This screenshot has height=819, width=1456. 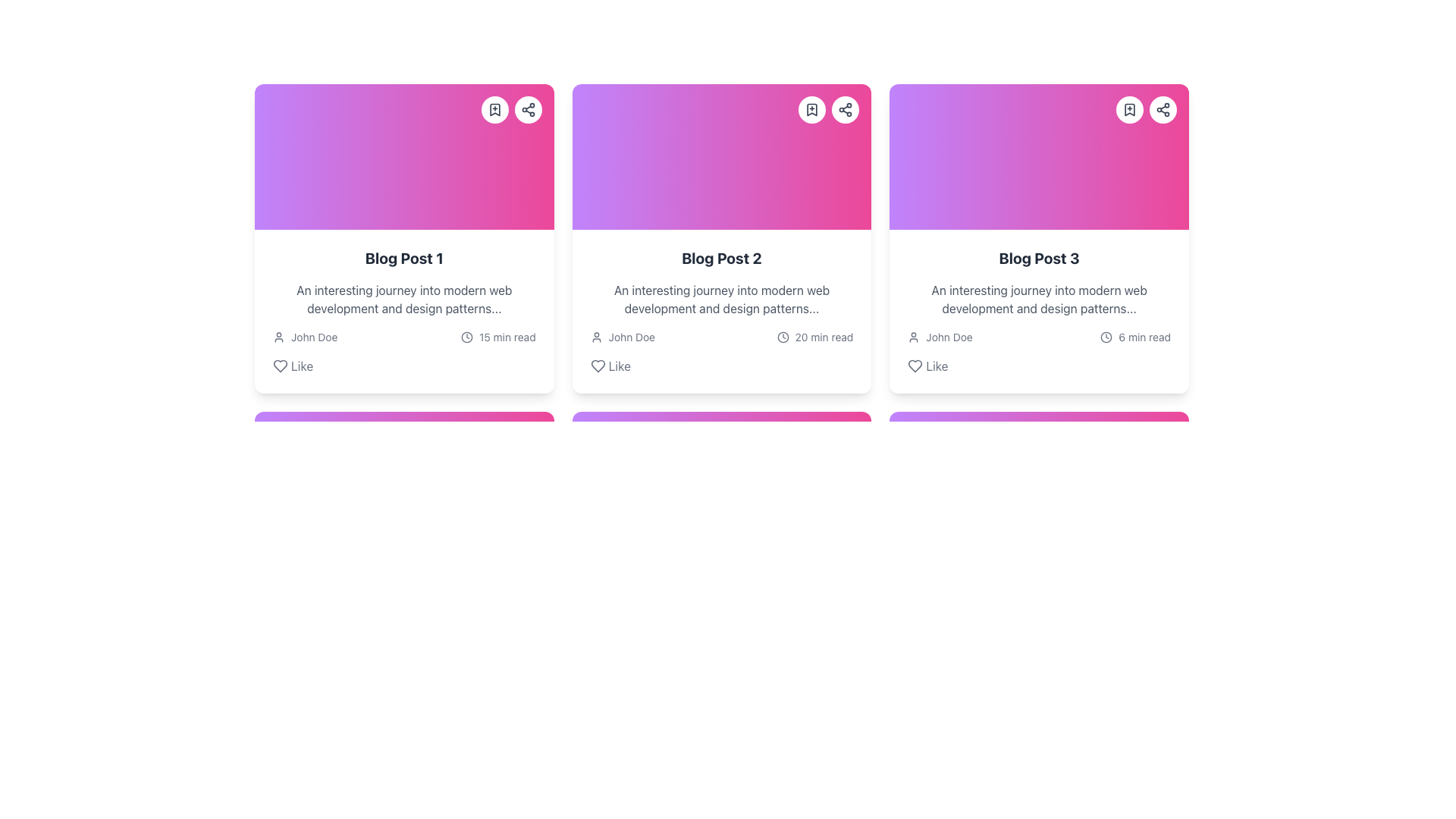 I want to click on the '20 min read' text label, which is styled in a simple font and positioned next to a clock icon, indicating estimated reading time in the 'Blog Post 2' card, so click(x=823, y=336).